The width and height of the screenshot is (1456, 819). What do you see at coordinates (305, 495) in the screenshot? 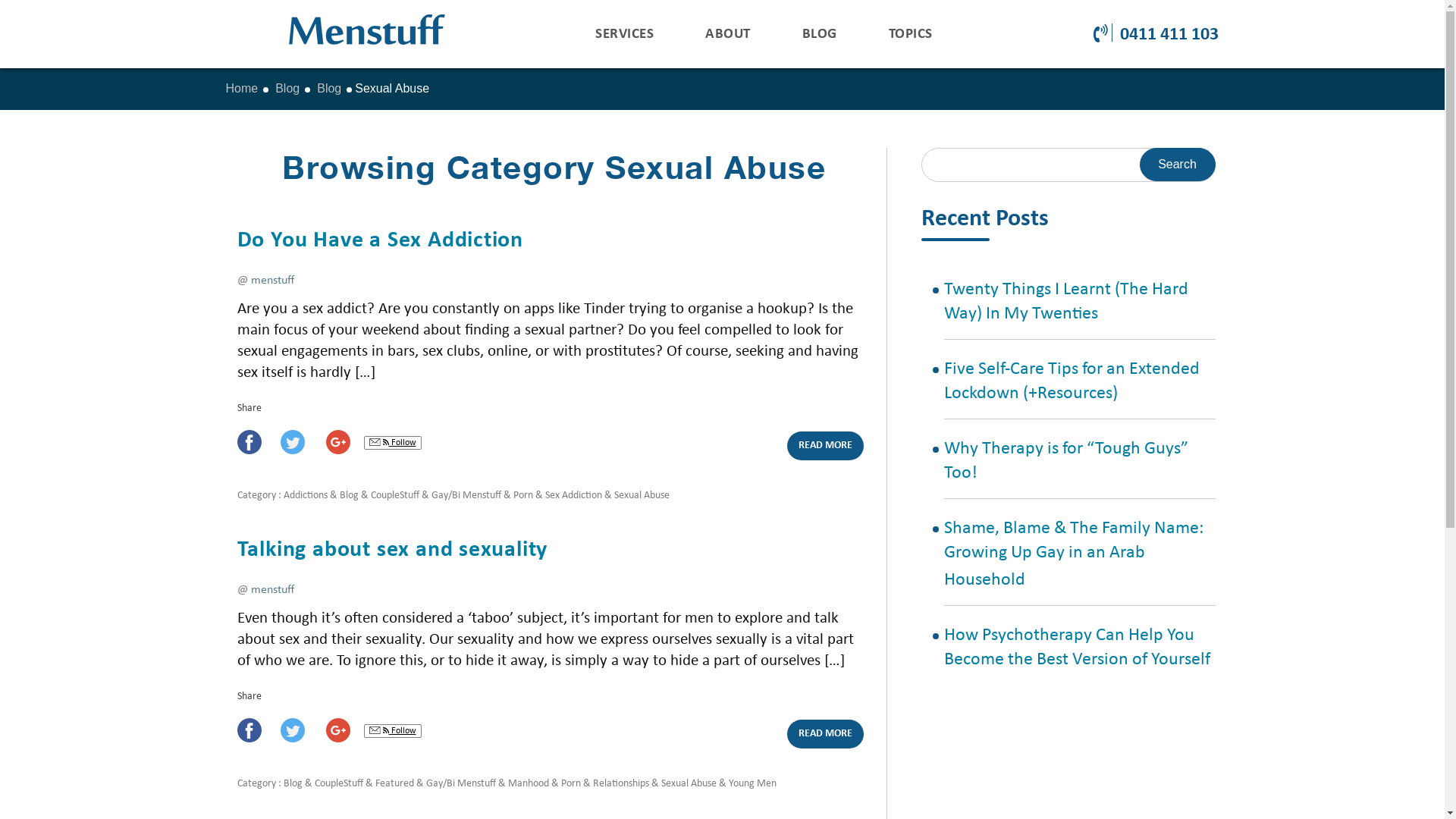
I see `'Addictions'` at bounding box center [305, 495].